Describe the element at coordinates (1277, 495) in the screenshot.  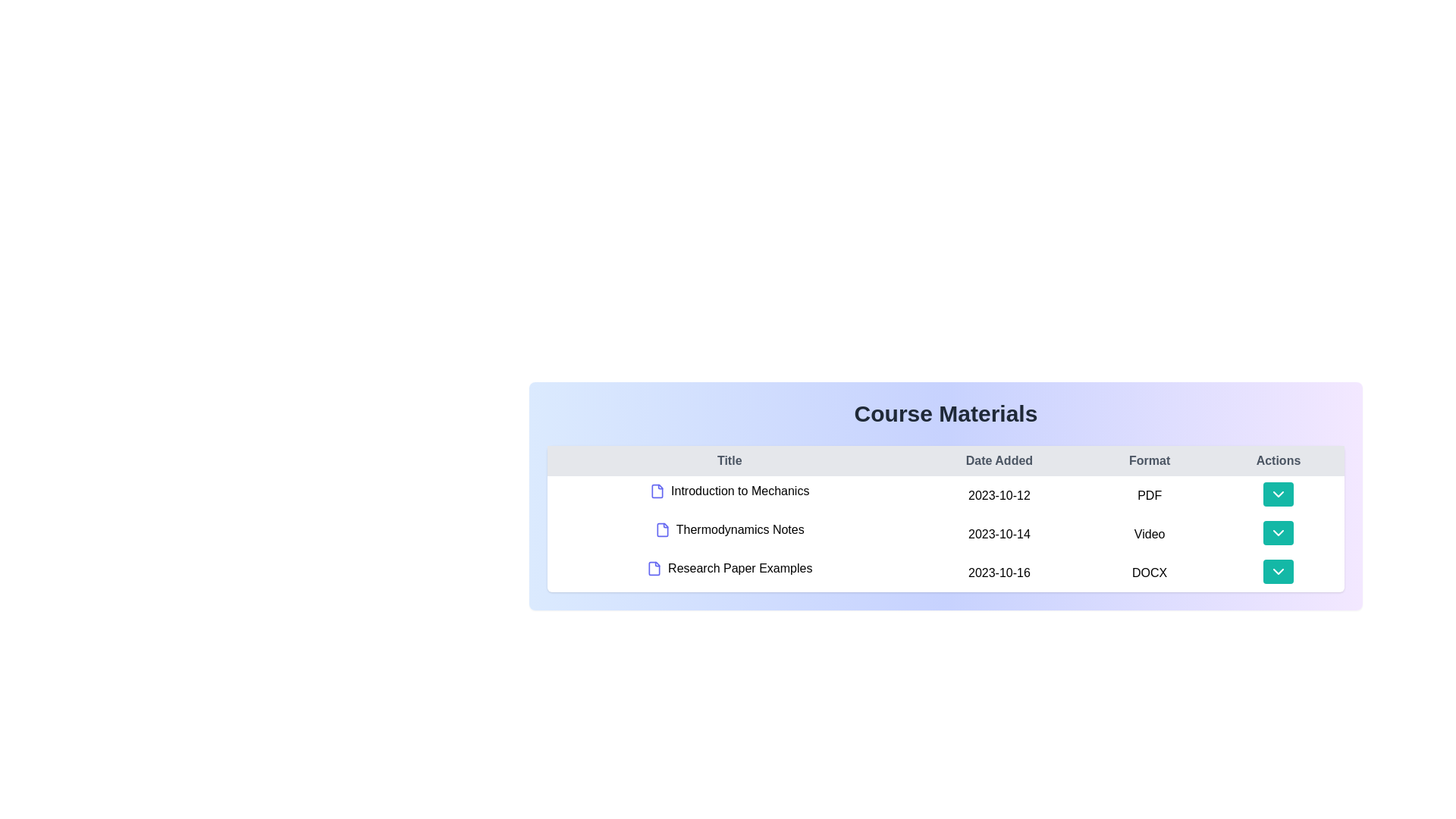
I see `the dropdown trigger button for the 'Introduction to Mechanics' course material` at that location.